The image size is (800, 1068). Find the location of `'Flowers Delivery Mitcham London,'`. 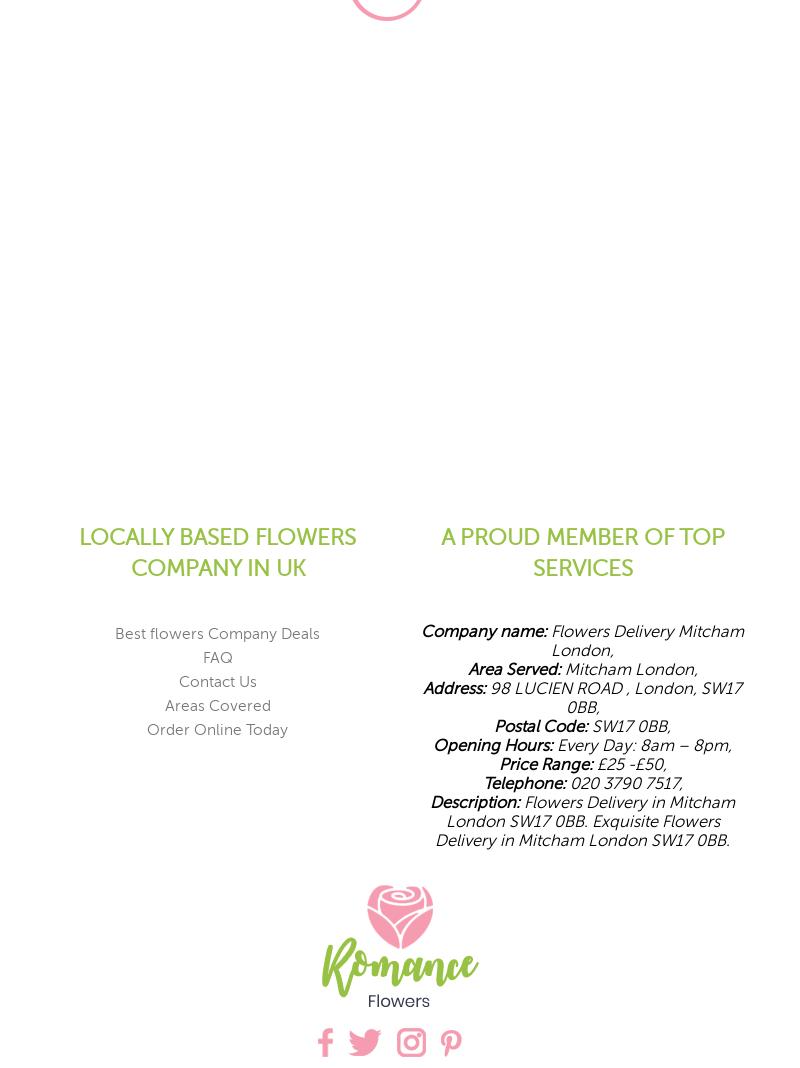

'Flowers Delivery Mitcham London,' is located at coordinates (644, 639).